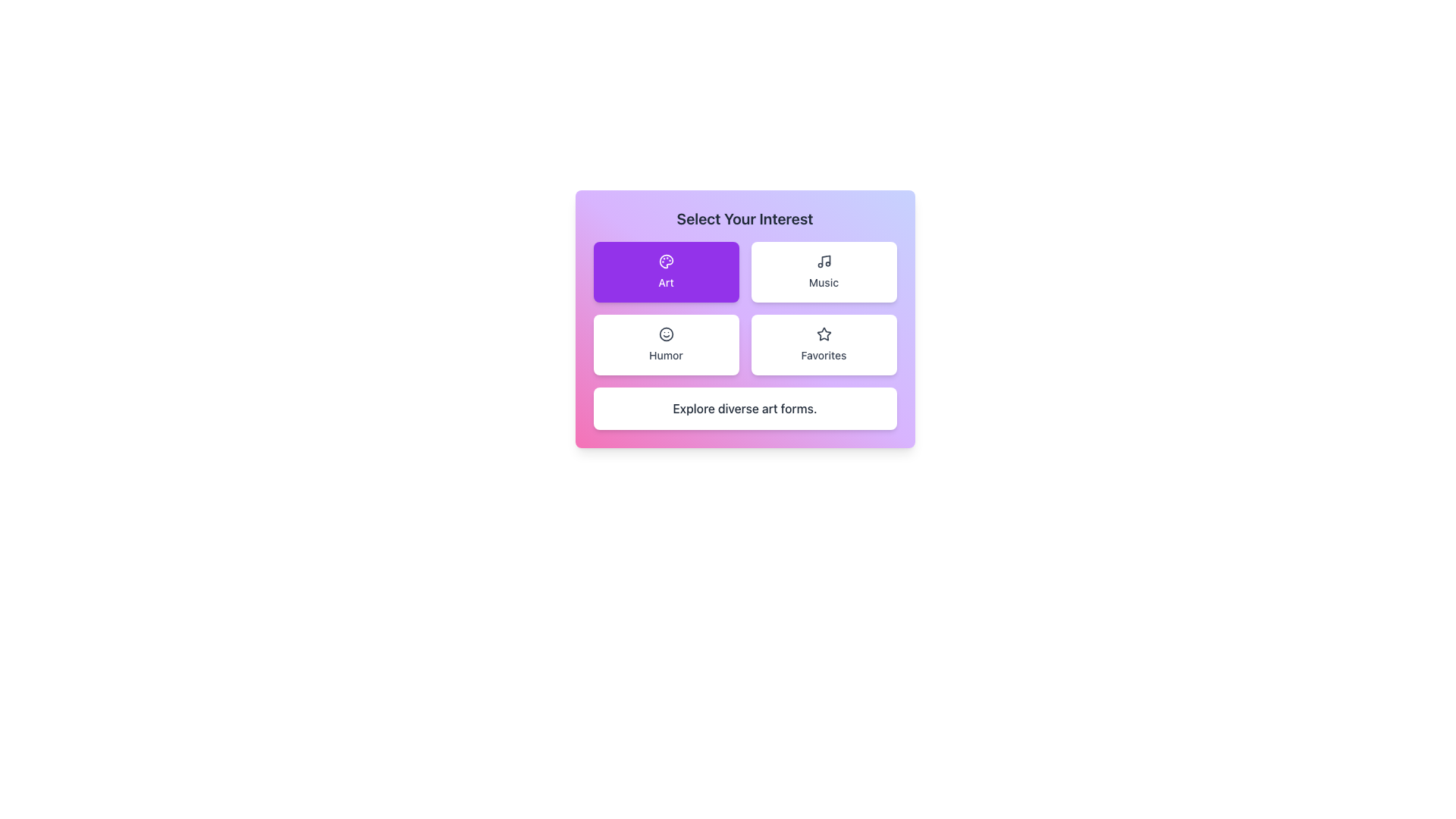 This screenshot has width=1456, height=819. What do you see at coordinates (823, 283) in the screenshot?
I see `the 'Music' text label which is displayed in a small font size and medium weight, styled in gray on a white background, located at the lower portion of the interactive card labeled 'Music'` at bounding box center [823, 283].